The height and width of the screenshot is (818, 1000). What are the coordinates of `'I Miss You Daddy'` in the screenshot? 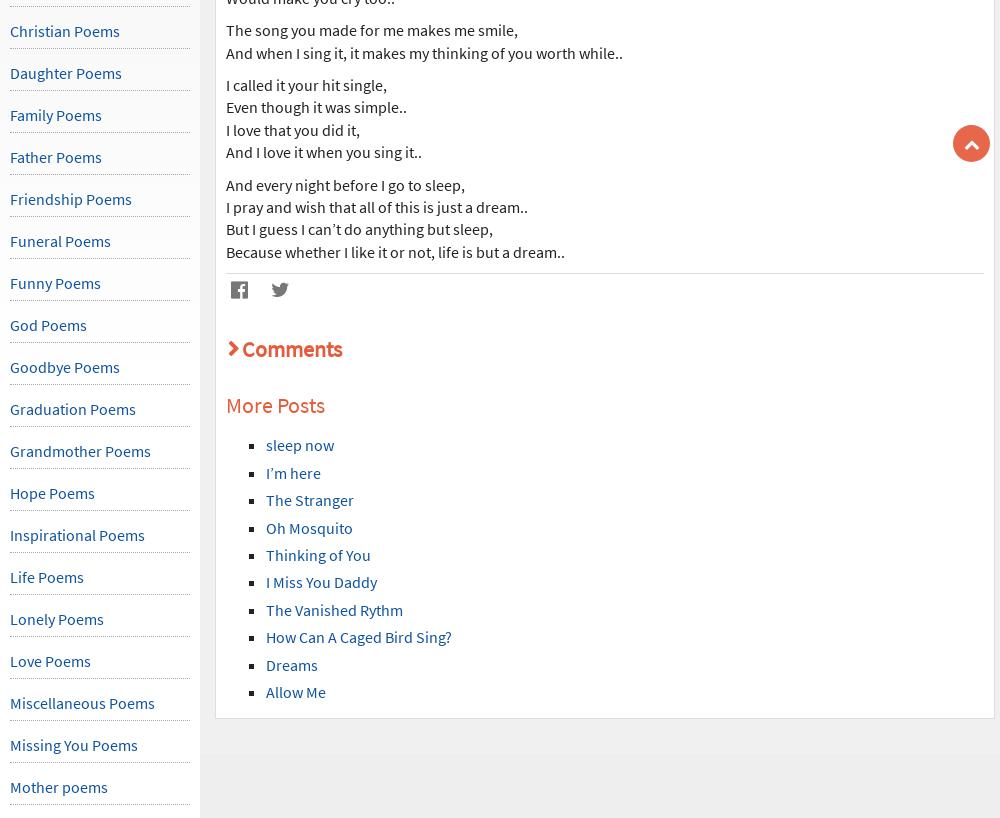 It's located at (320, 581).